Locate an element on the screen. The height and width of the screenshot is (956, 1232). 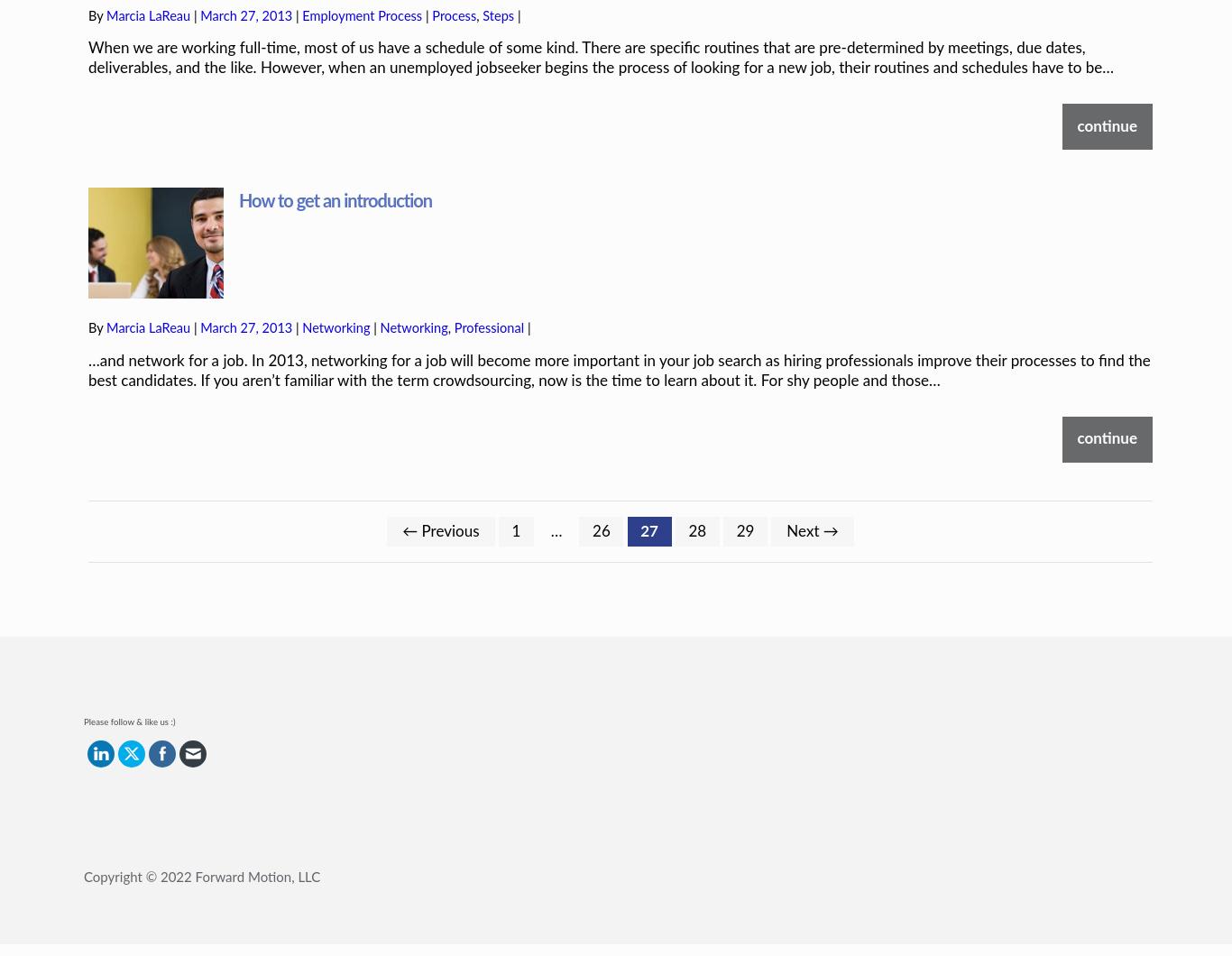
'By' is located at coordinates (87, 267).